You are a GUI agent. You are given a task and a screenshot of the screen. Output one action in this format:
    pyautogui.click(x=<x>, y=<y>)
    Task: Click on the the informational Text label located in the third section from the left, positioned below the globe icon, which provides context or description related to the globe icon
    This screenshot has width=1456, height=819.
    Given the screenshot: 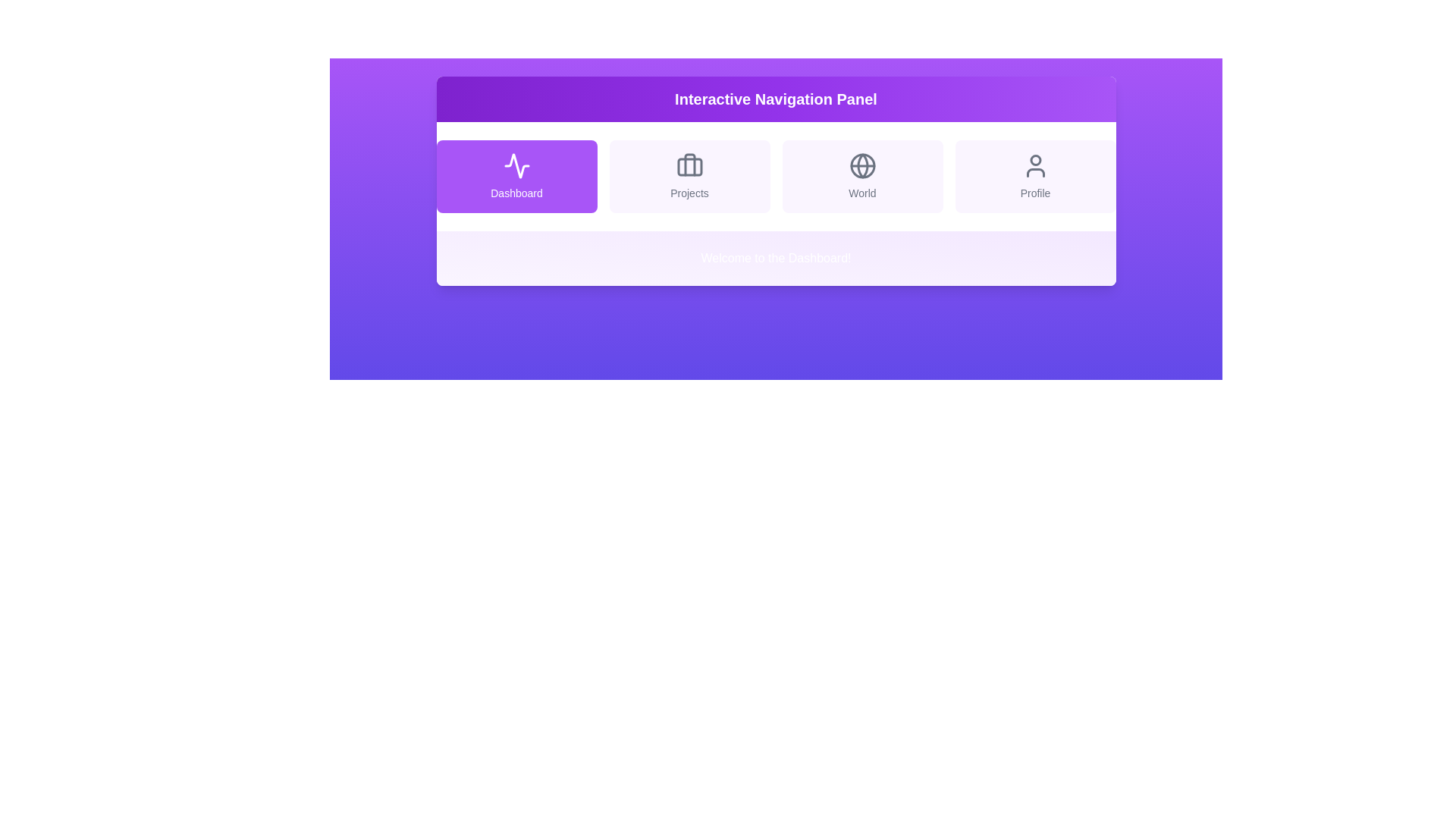 What is the action you would take?
    pyautogui.click(x=862, y=192)
    